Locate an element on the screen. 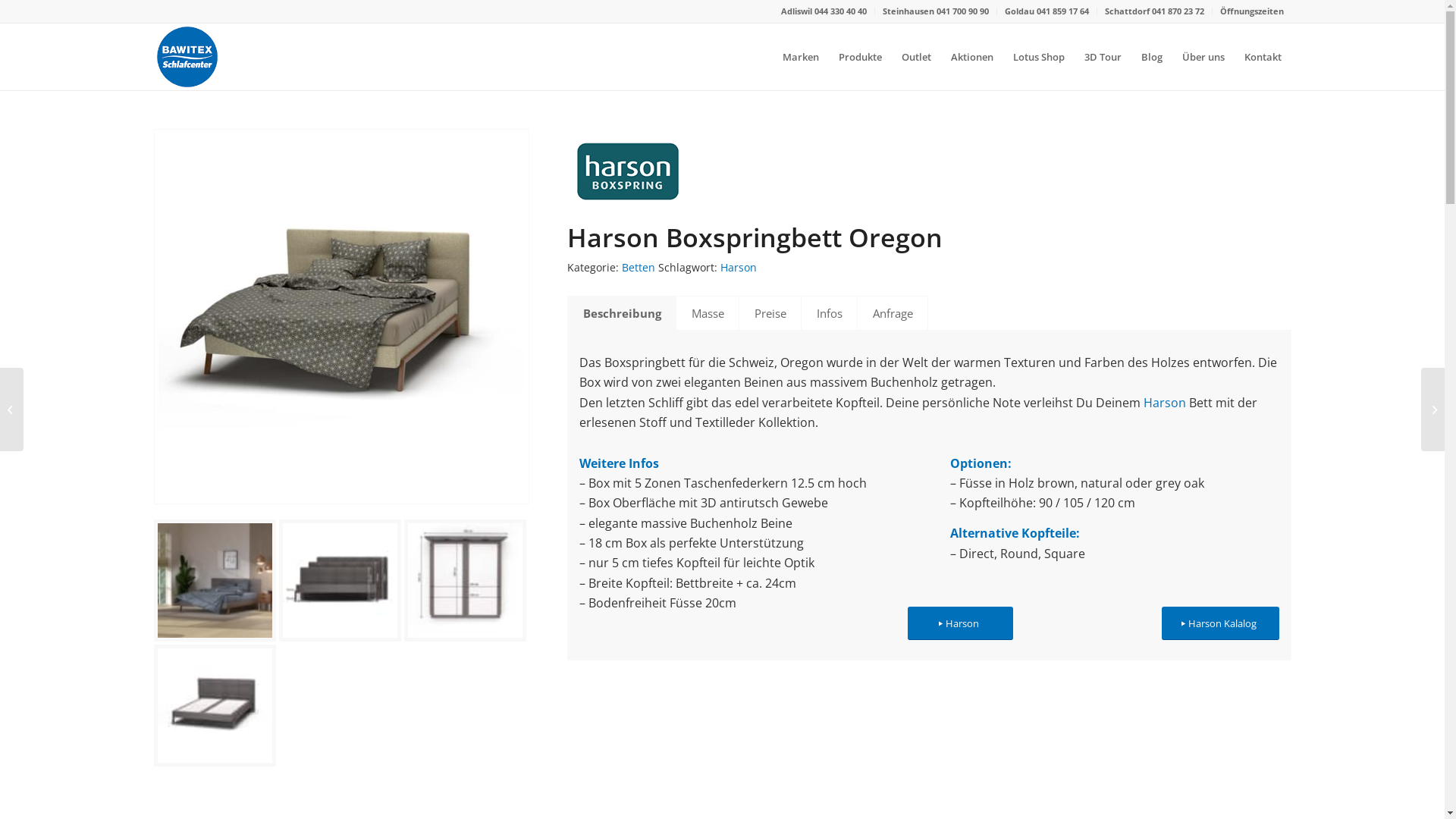 This screenshot has width=1456, height=819. 'Infos' is located at coordinates (828, 312).